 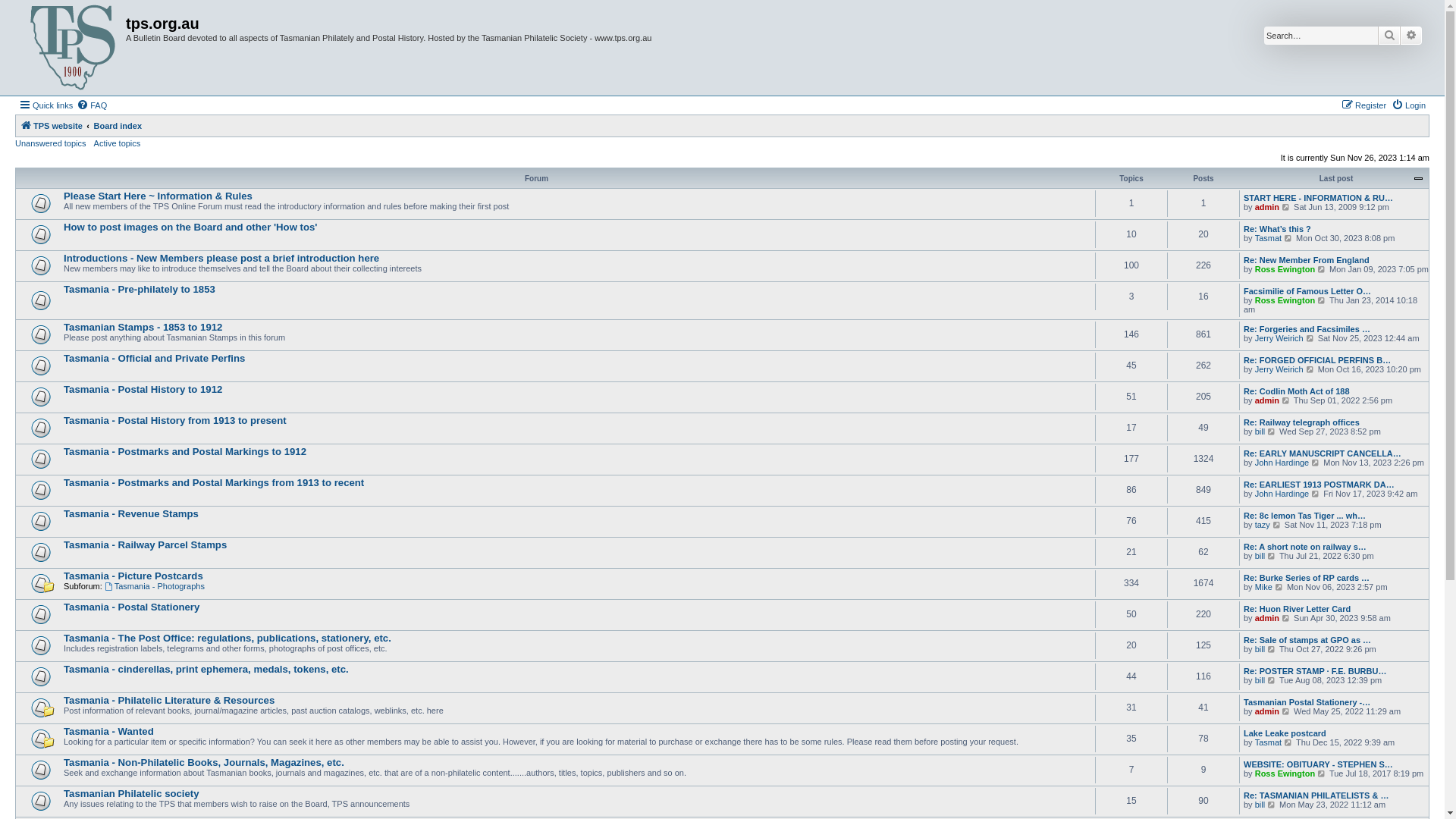 I want to click on 'Tasmania - Photographs', so click(x=154, y=585).